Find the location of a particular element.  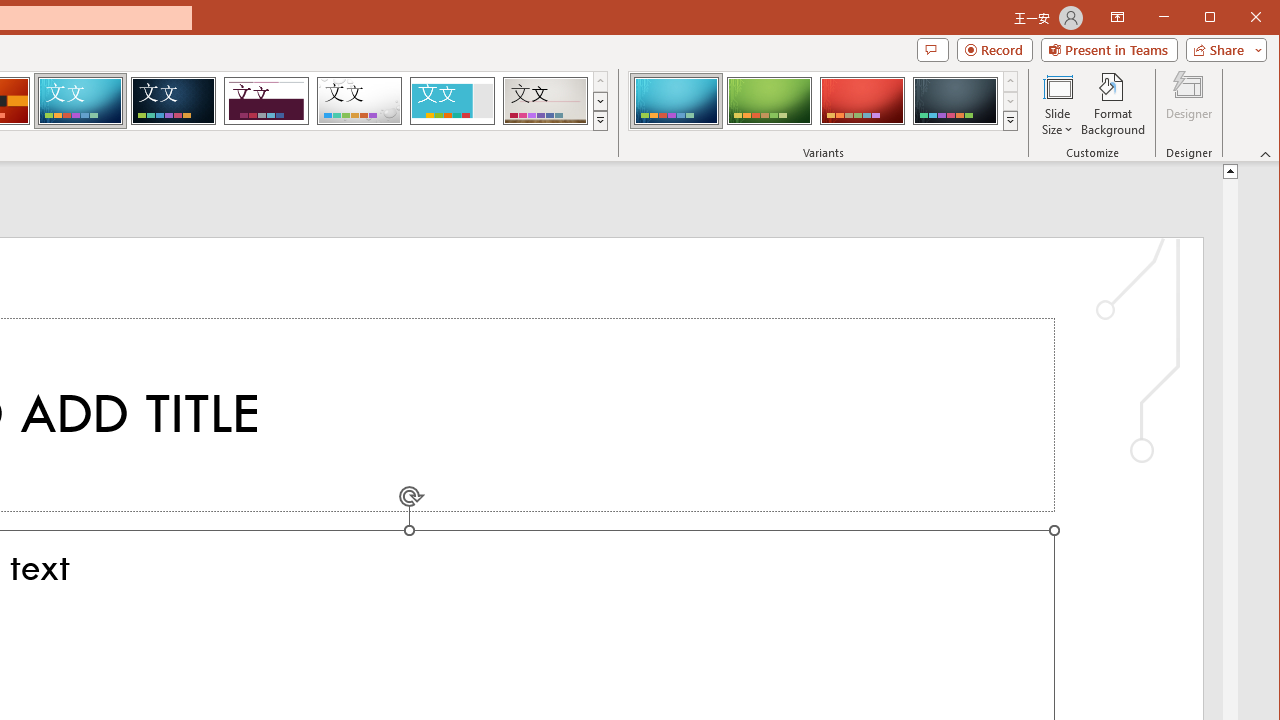

'Circuit Variant 3' is located at coordinates (862, 100).